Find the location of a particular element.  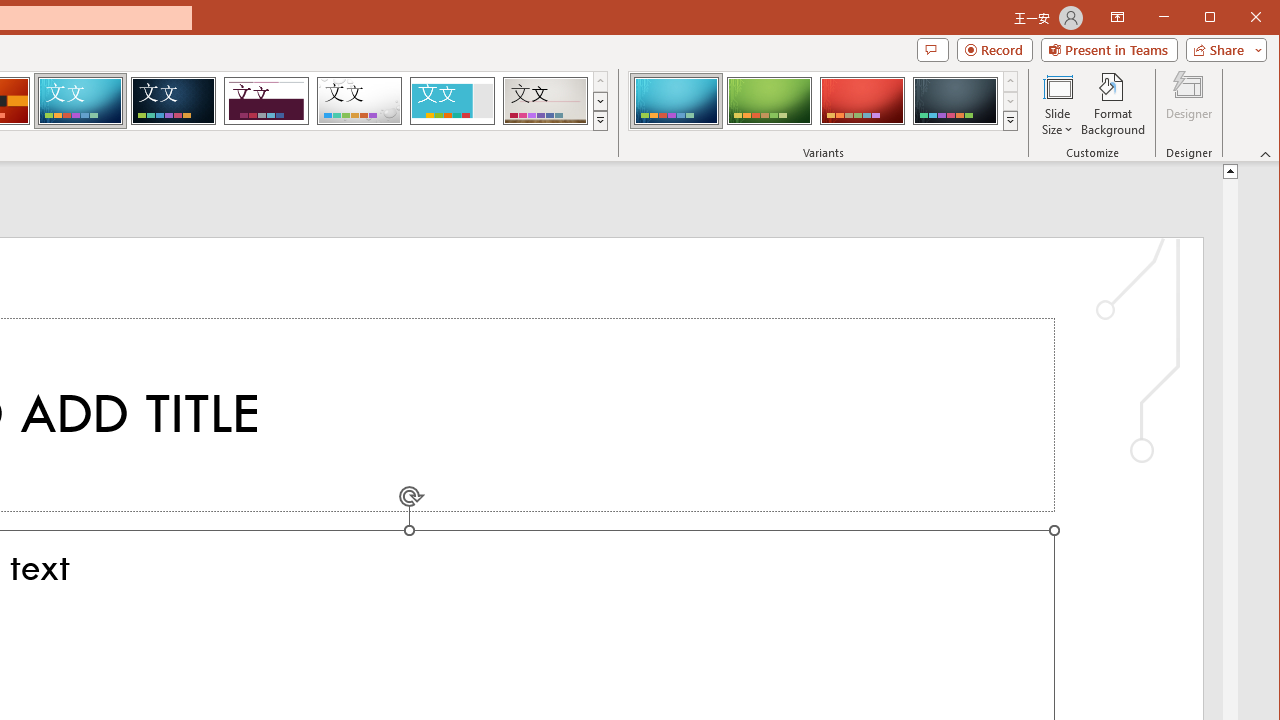

'Circuit Variant 3' is located at coordinates (862, 100).